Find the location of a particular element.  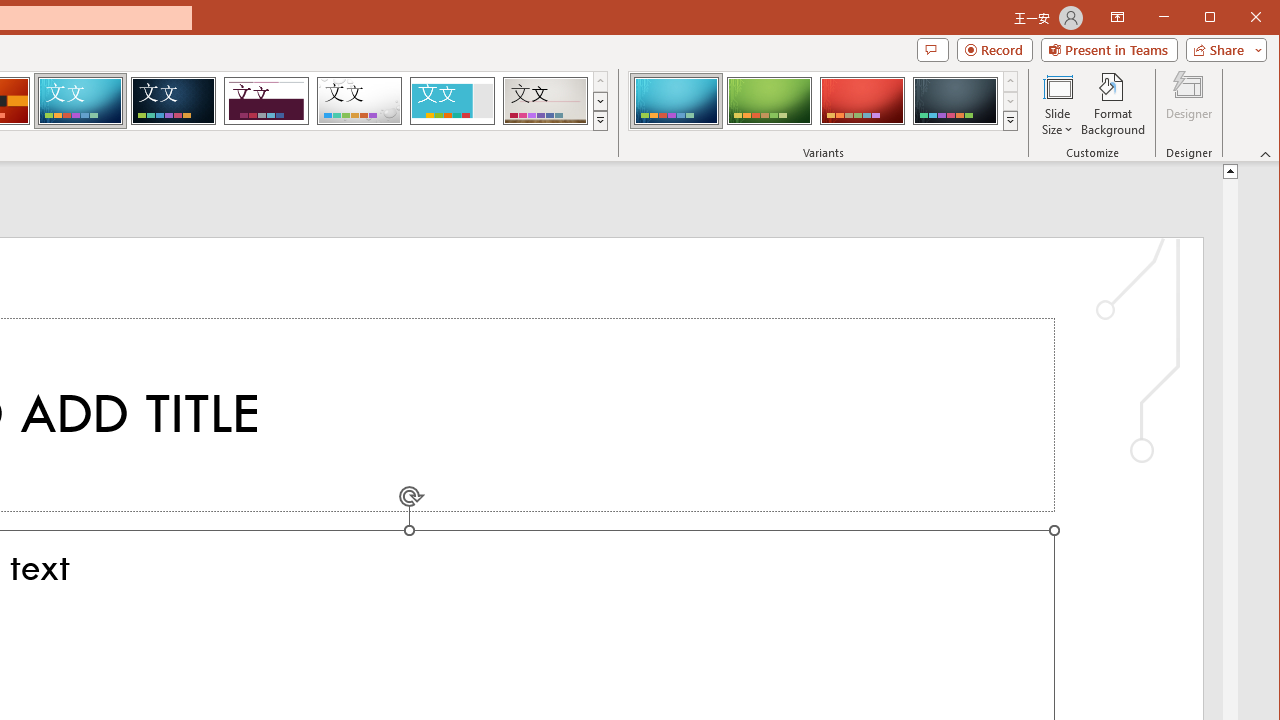

'Circuit Variant 3' is located at coordinates (862, 100).